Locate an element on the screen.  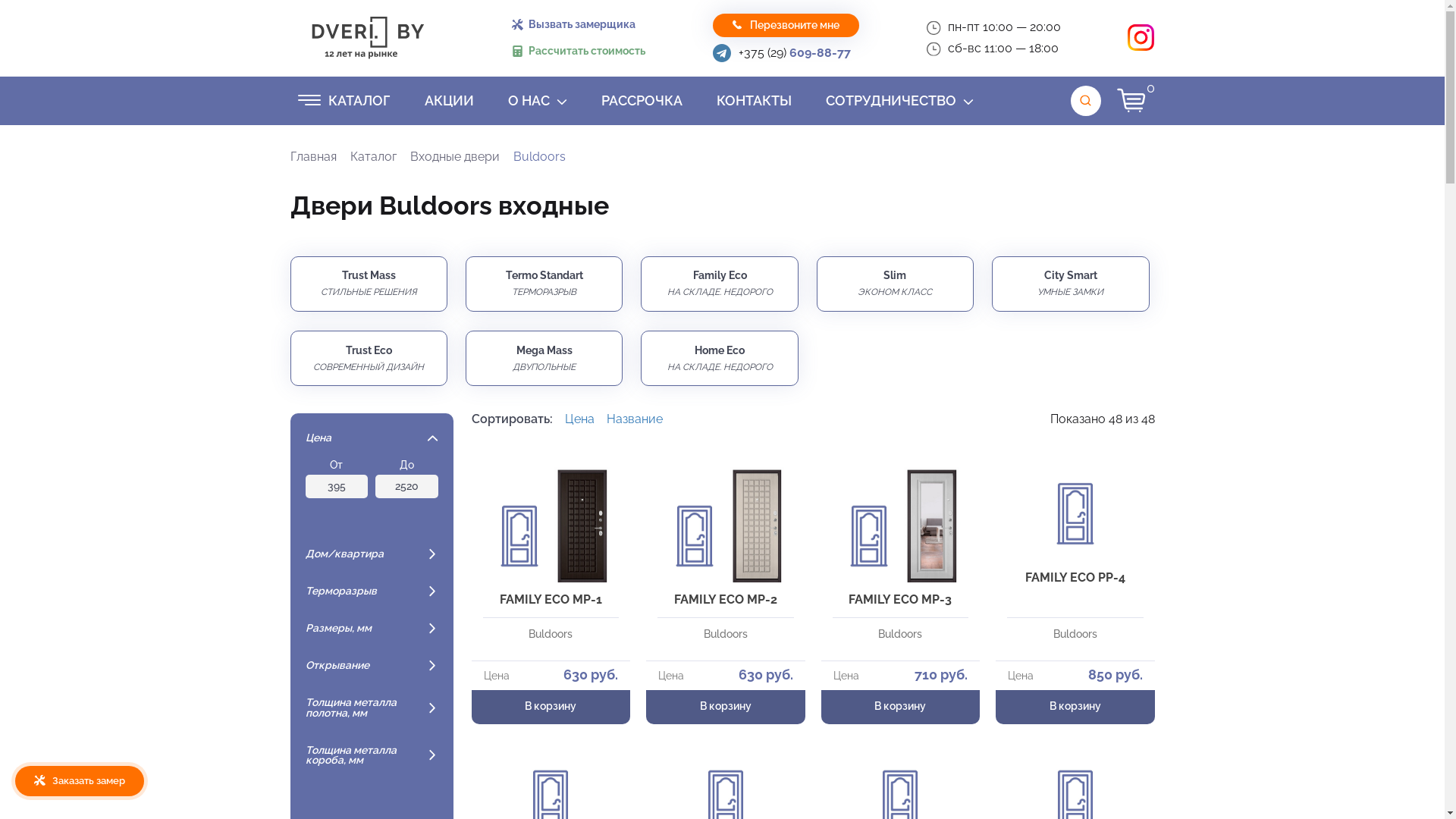
'Telegram' is located at coordinates (720, 52).